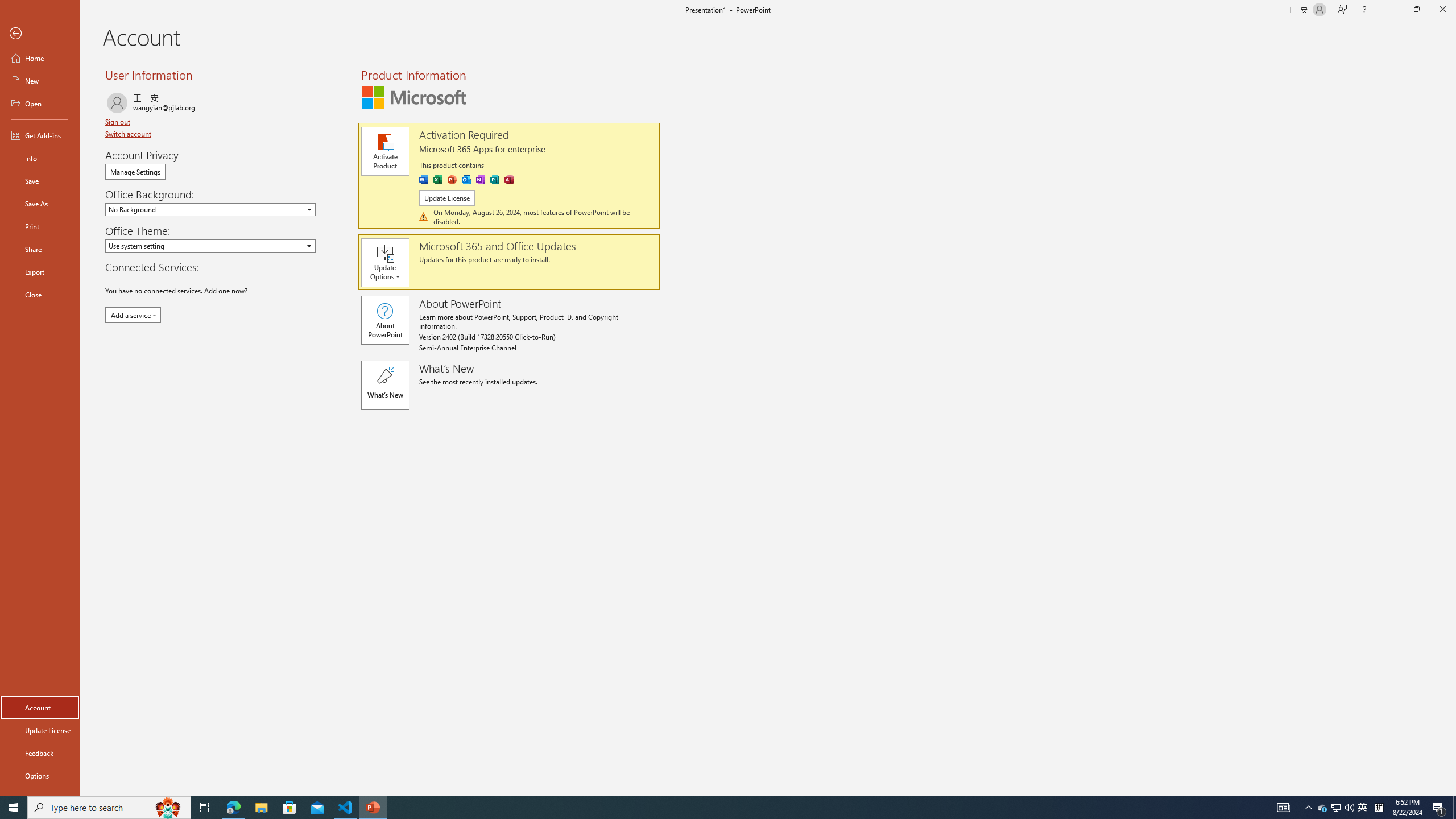  Describe the element at coordinates (39, 80) in the screenshot. I see `'New'` at that location.